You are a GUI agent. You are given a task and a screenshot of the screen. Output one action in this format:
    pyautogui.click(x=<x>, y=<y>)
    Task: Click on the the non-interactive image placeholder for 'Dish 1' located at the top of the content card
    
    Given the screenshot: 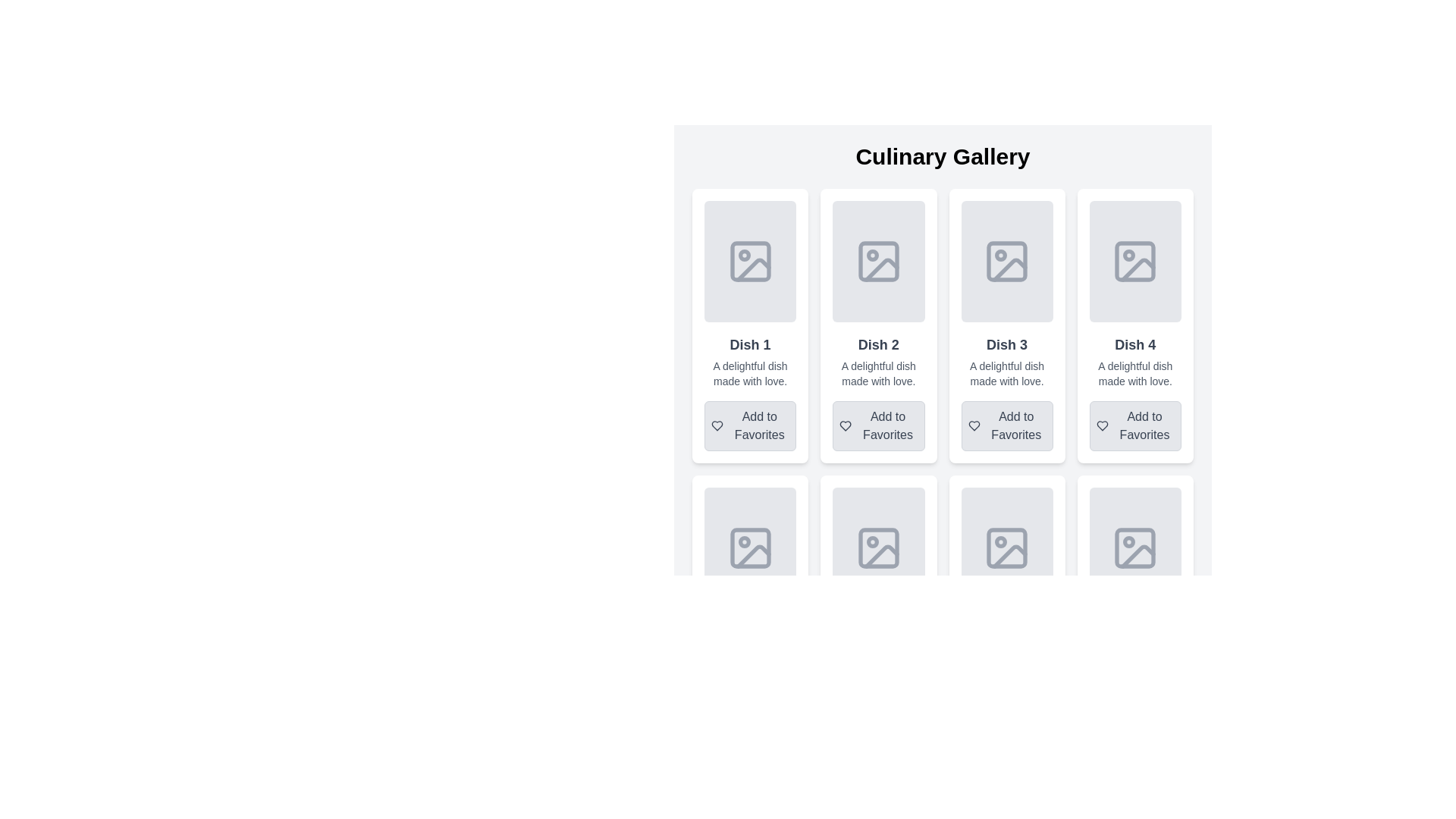 What is the action you would take?
    pyautogui.click(x=750, y=260)
    